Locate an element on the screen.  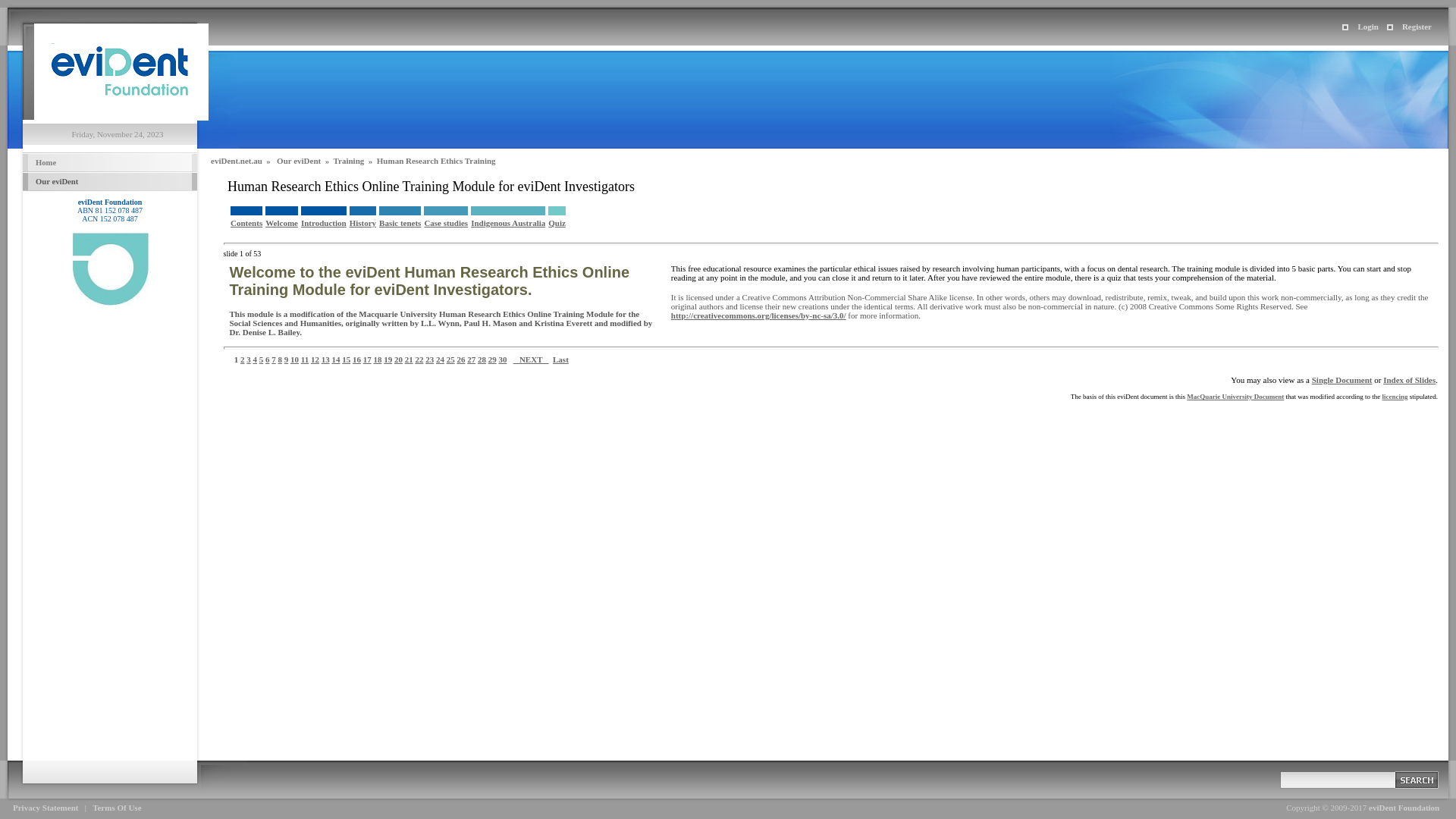
'8' is located at coordinates (280, 359).